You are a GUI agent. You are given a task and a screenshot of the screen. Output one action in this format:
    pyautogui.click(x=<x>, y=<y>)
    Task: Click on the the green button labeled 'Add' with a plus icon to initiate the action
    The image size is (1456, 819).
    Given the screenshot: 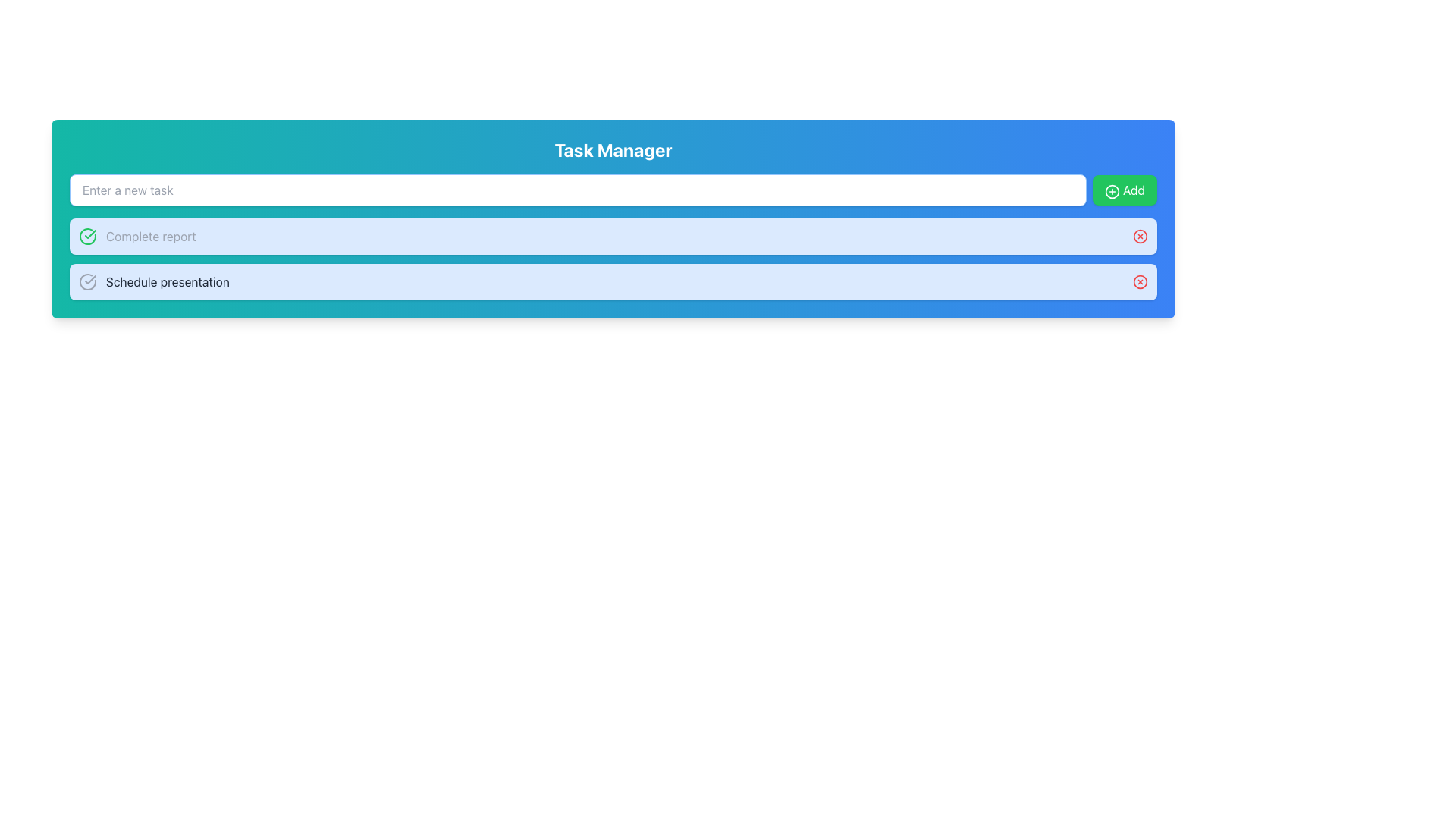 What is the action you would take?
    pyautogui.click(x=1125, y=189)
    